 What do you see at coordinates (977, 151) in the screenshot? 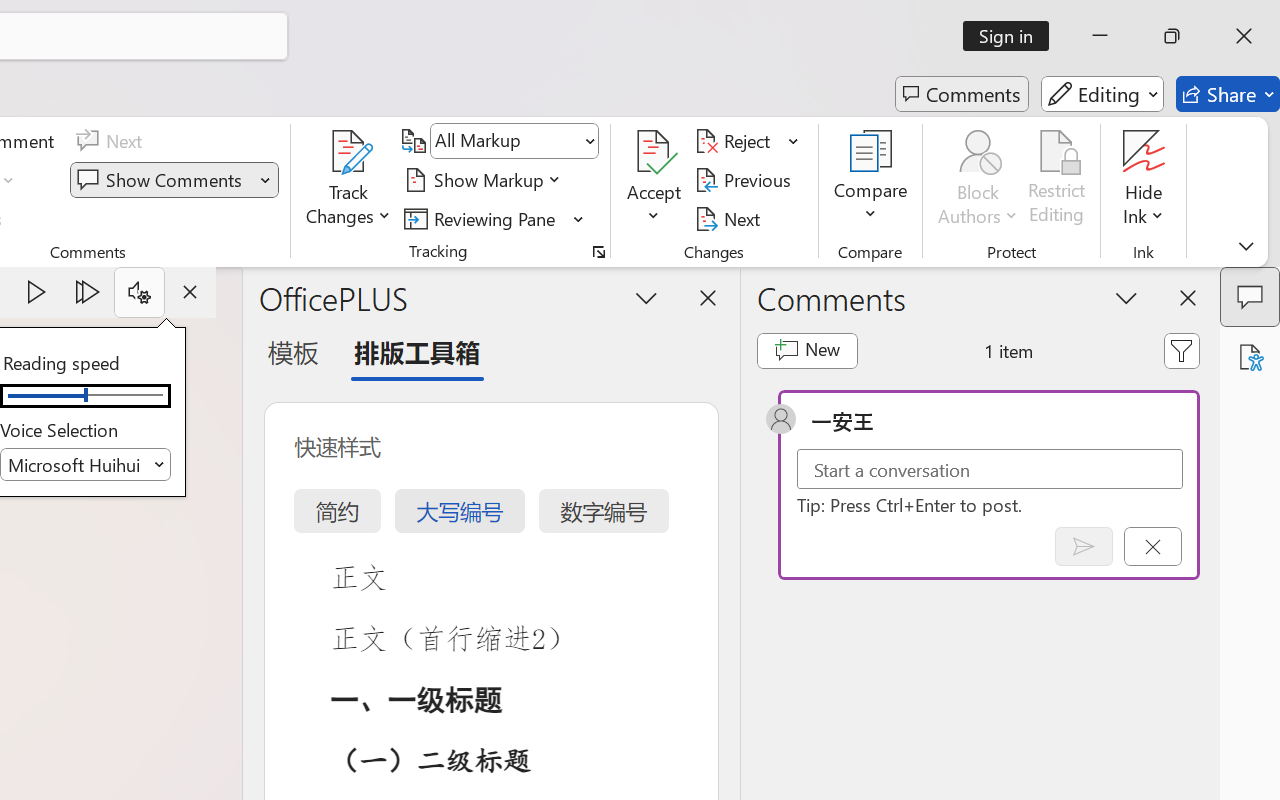
I see `'Block Authors'` at bounding box center [977, 151].